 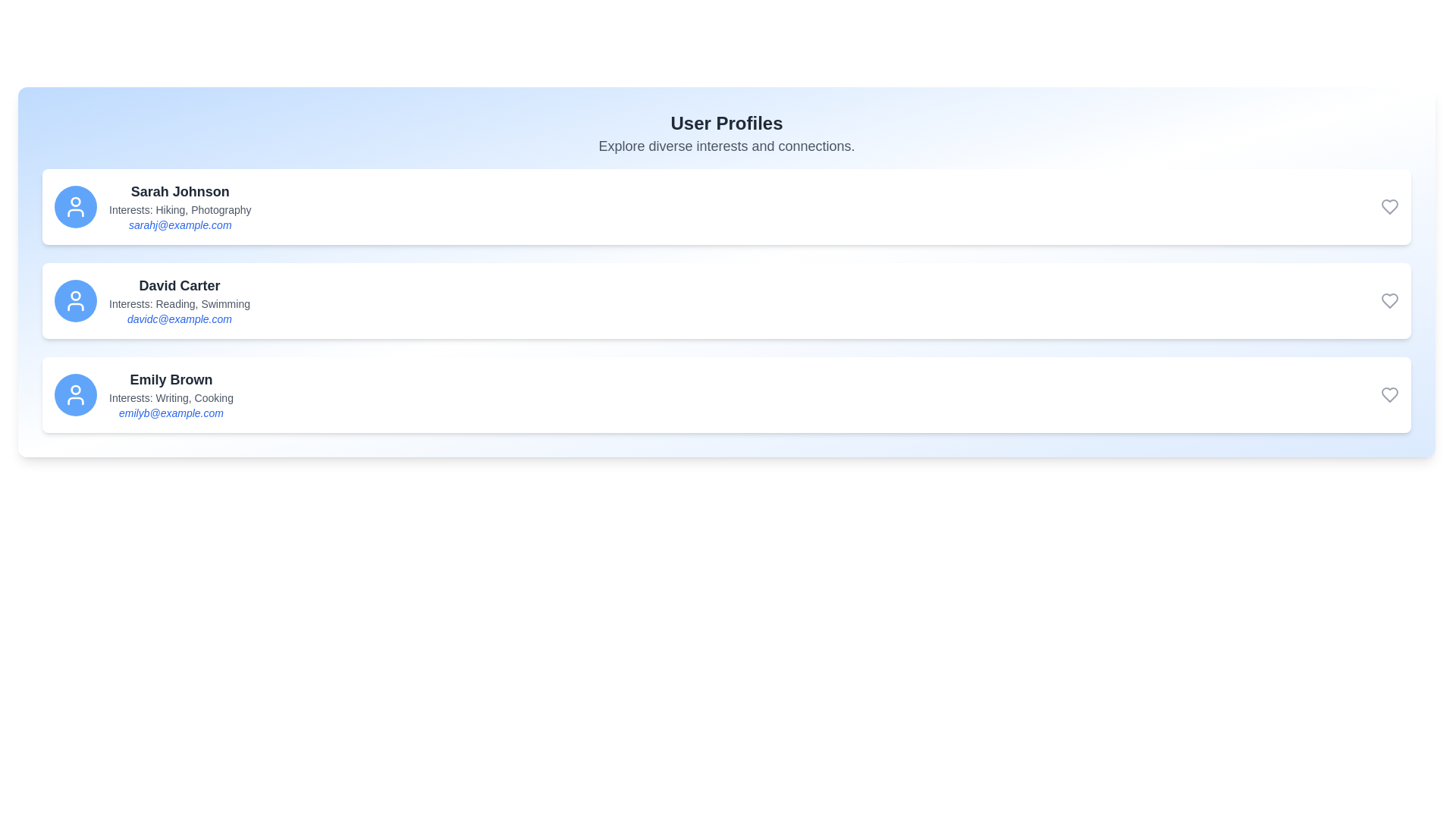 I want to click on heart icon to favorite the user David Carter, so click(x=1390, y=301).